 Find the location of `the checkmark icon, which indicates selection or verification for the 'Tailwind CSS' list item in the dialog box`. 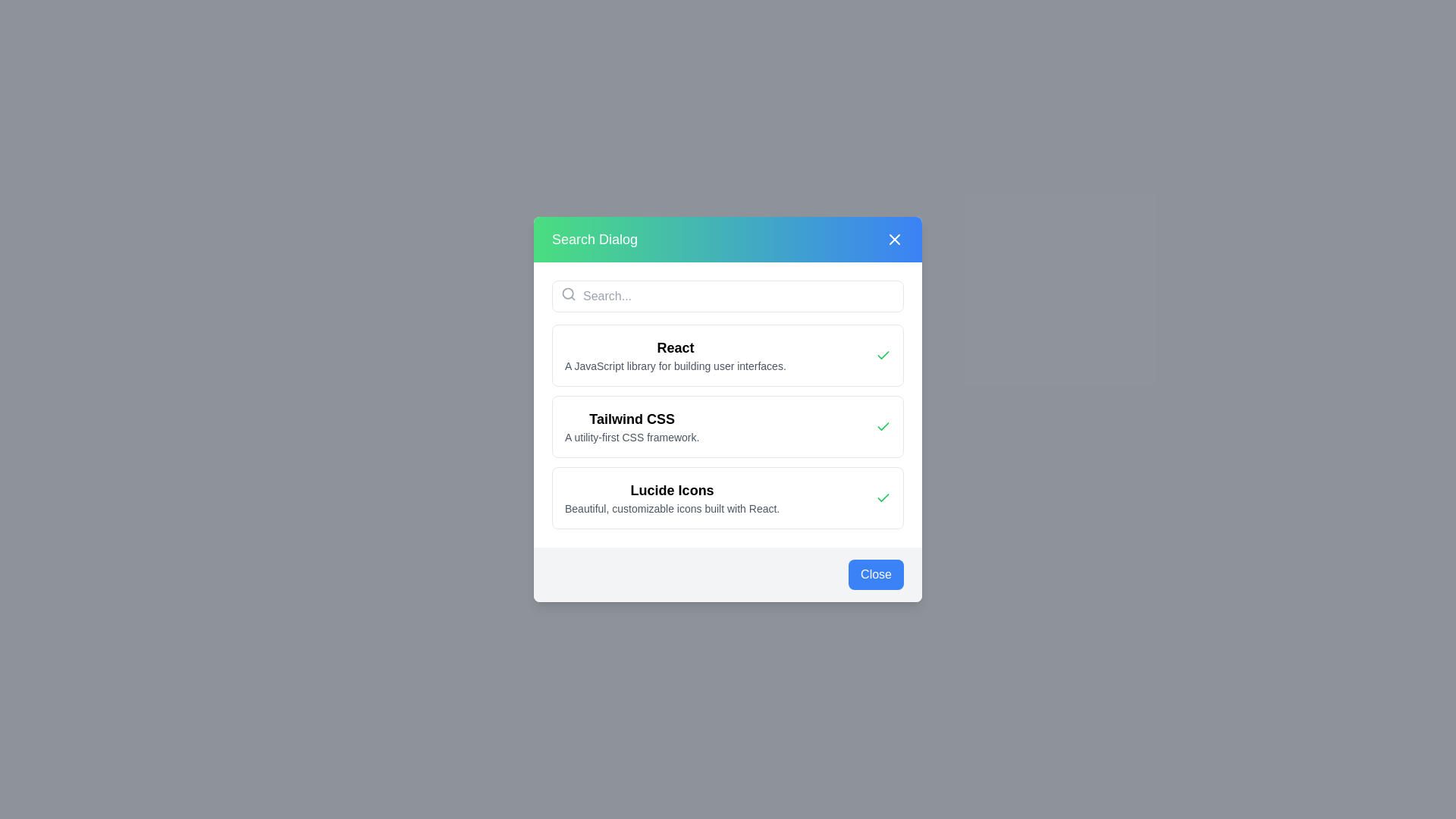

the checkmark icon, which indicates selection or verification for the 'Tailwind CSS' list item in the dialog box is located at coordinates (883, 497).